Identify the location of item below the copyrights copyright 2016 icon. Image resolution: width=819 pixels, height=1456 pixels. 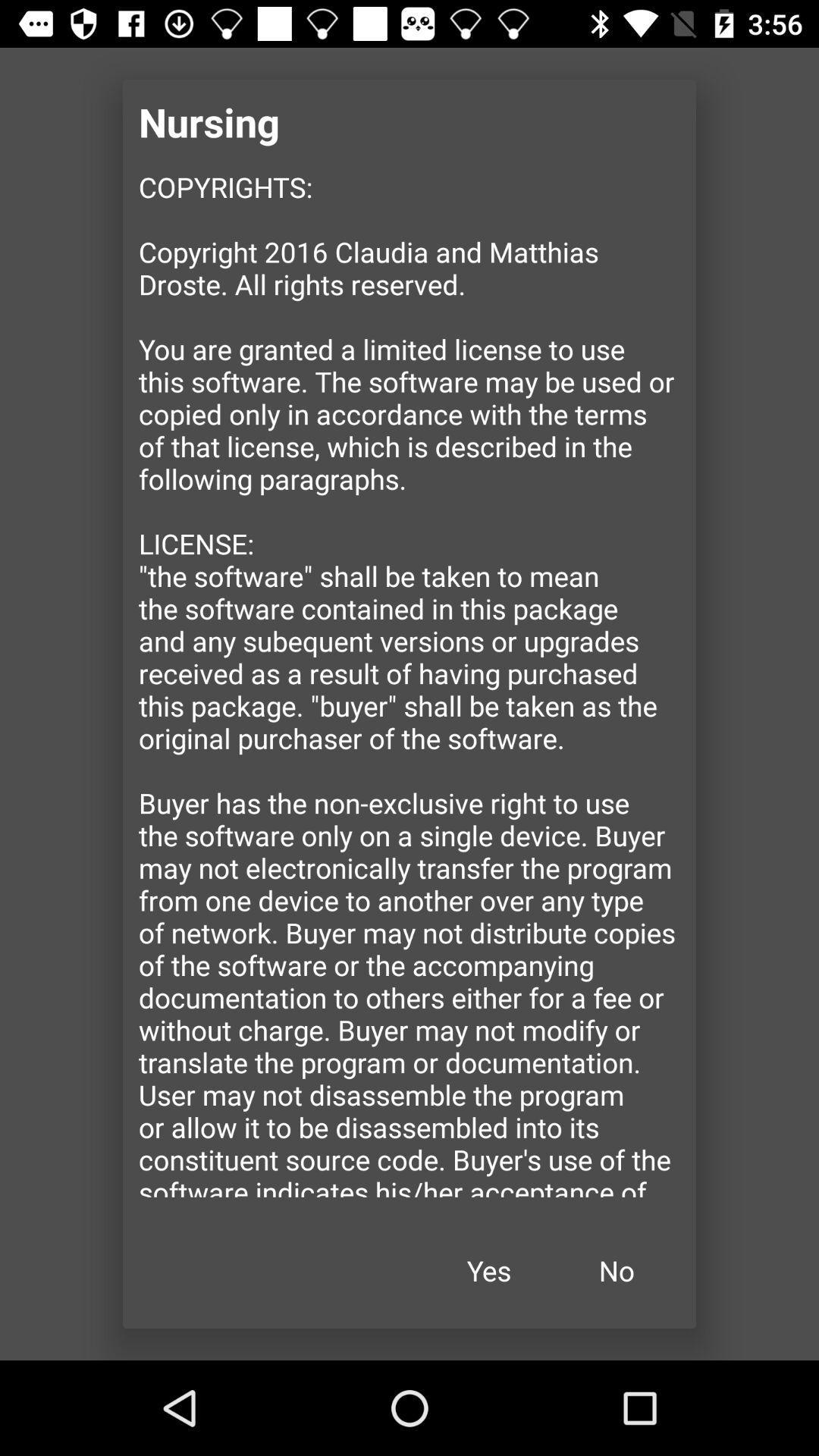
(617, 1270).